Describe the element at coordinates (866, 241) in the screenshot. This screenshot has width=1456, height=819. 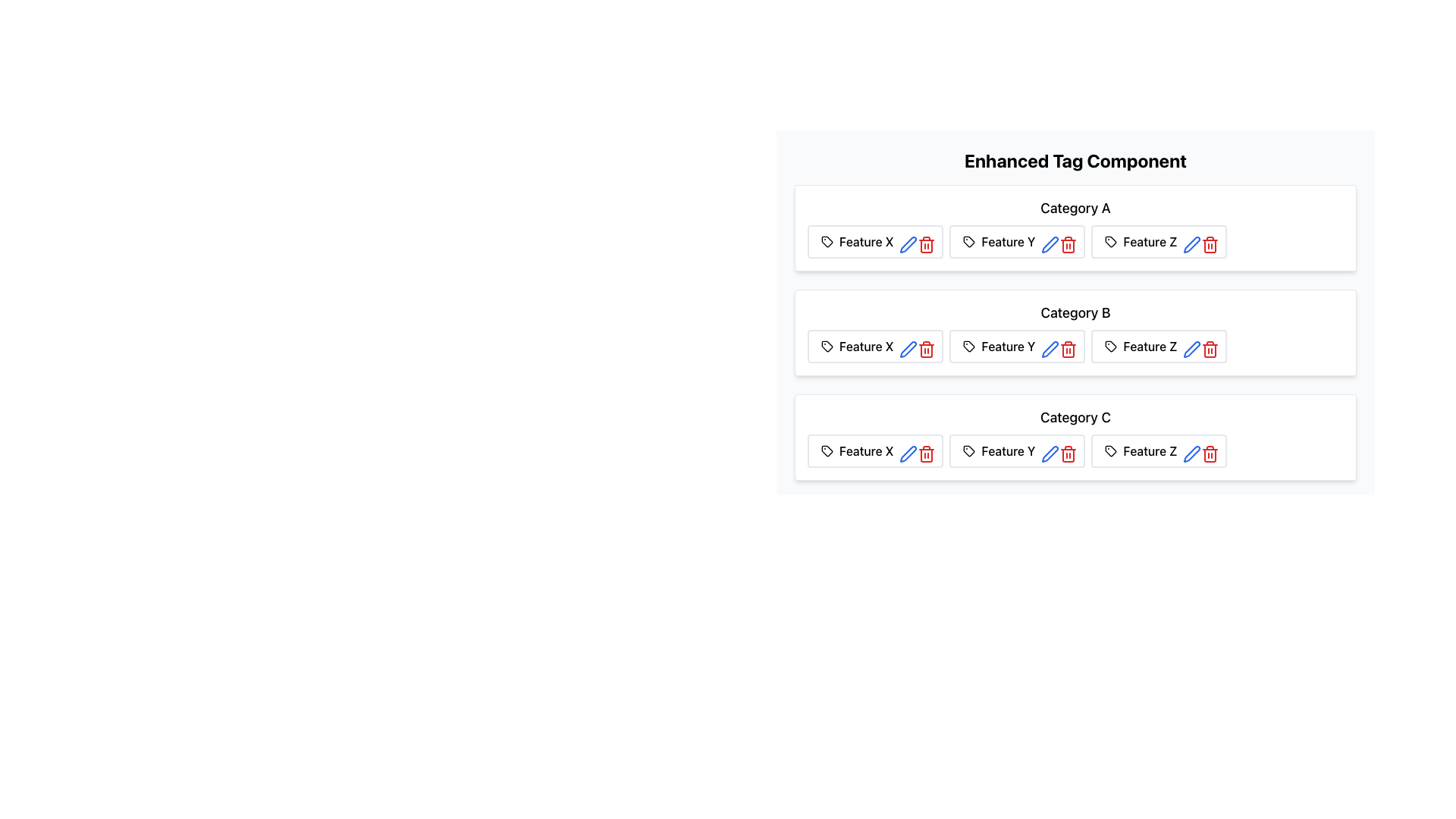
I see `the 'Feature X' label, which is styled in medium-weight font and located in a horizontal group of elements under 'Category A' in the 'Enhanced Tag Component' interface` at that location.